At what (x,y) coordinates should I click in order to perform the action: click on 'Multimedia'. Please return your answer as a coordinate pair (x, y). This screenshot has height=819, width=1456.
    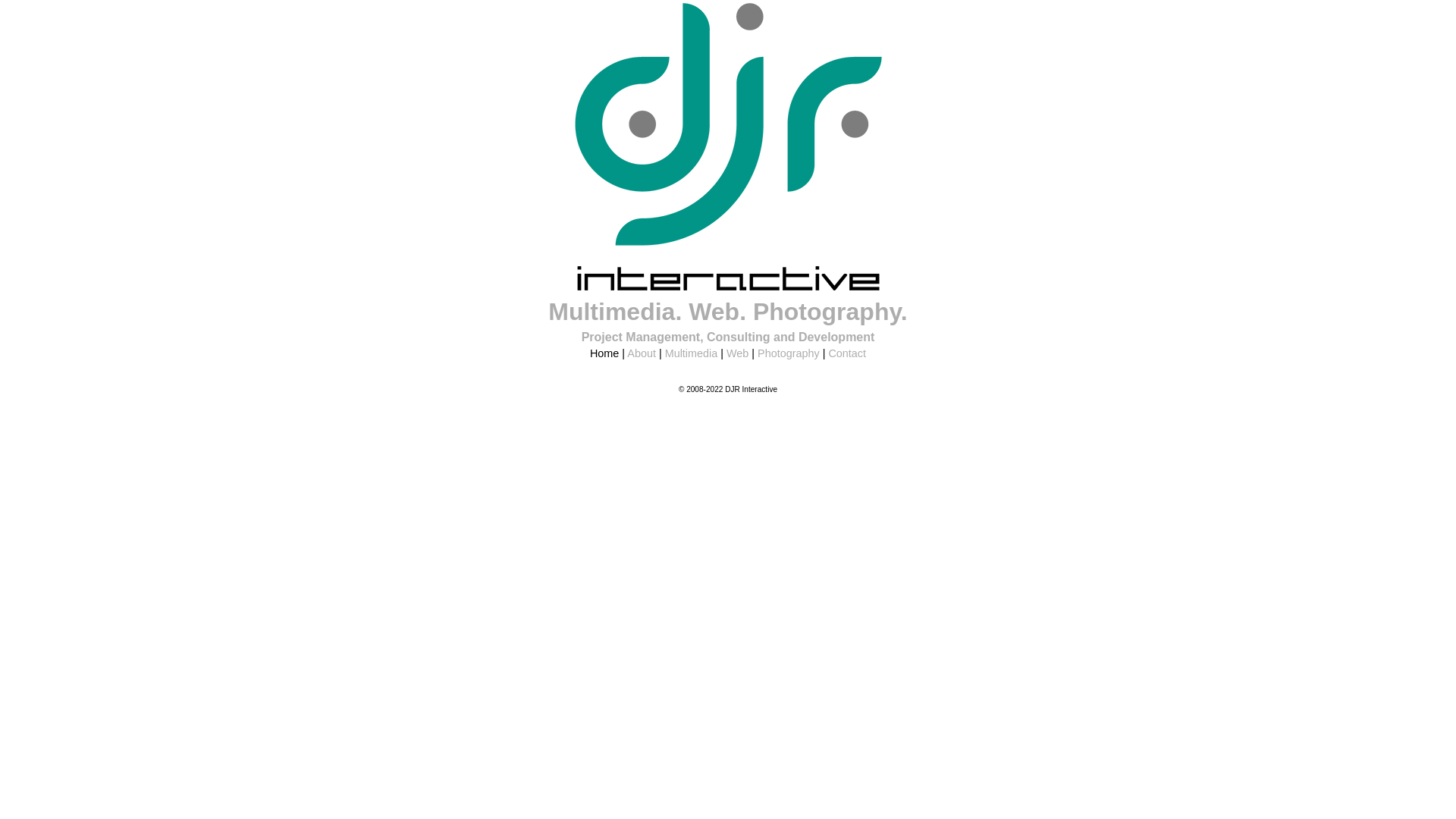
    Looking at the image, I should click on (691, 353).